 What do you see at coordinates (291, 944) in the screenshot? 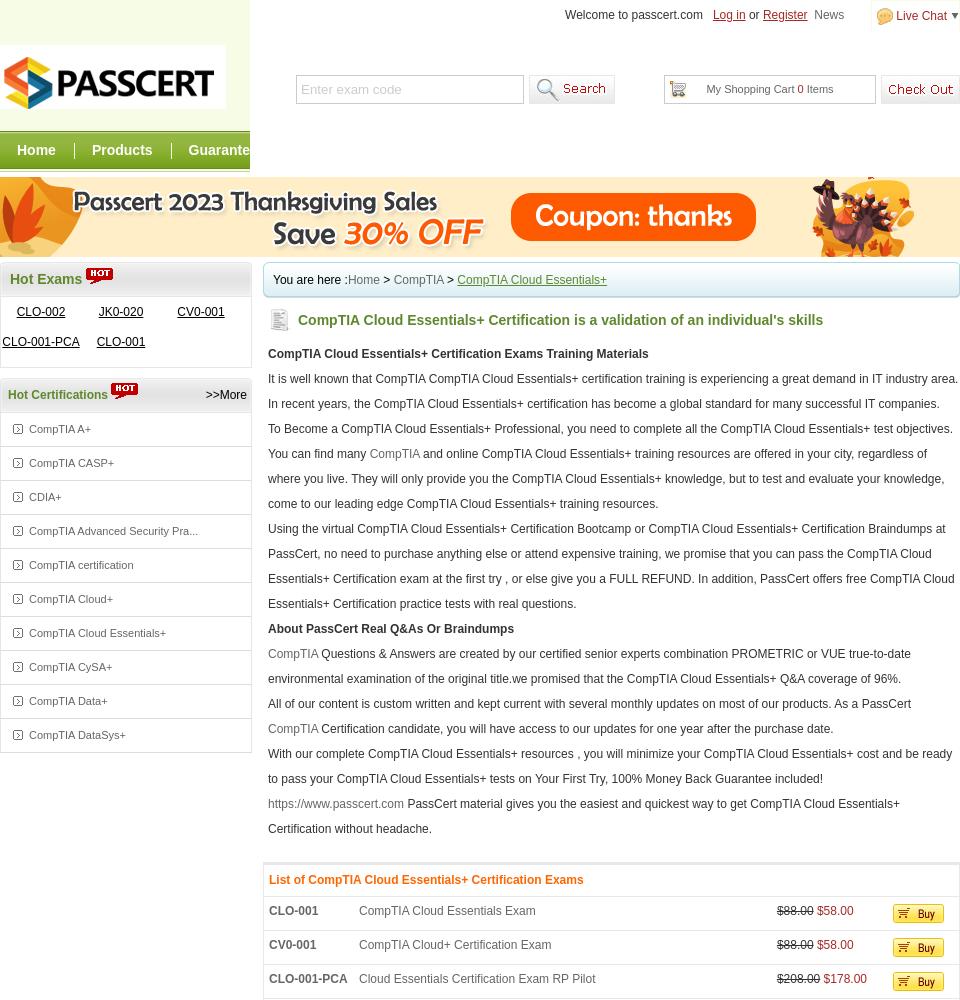
I see `'CV0-001'` at bounding box center [291, 944].